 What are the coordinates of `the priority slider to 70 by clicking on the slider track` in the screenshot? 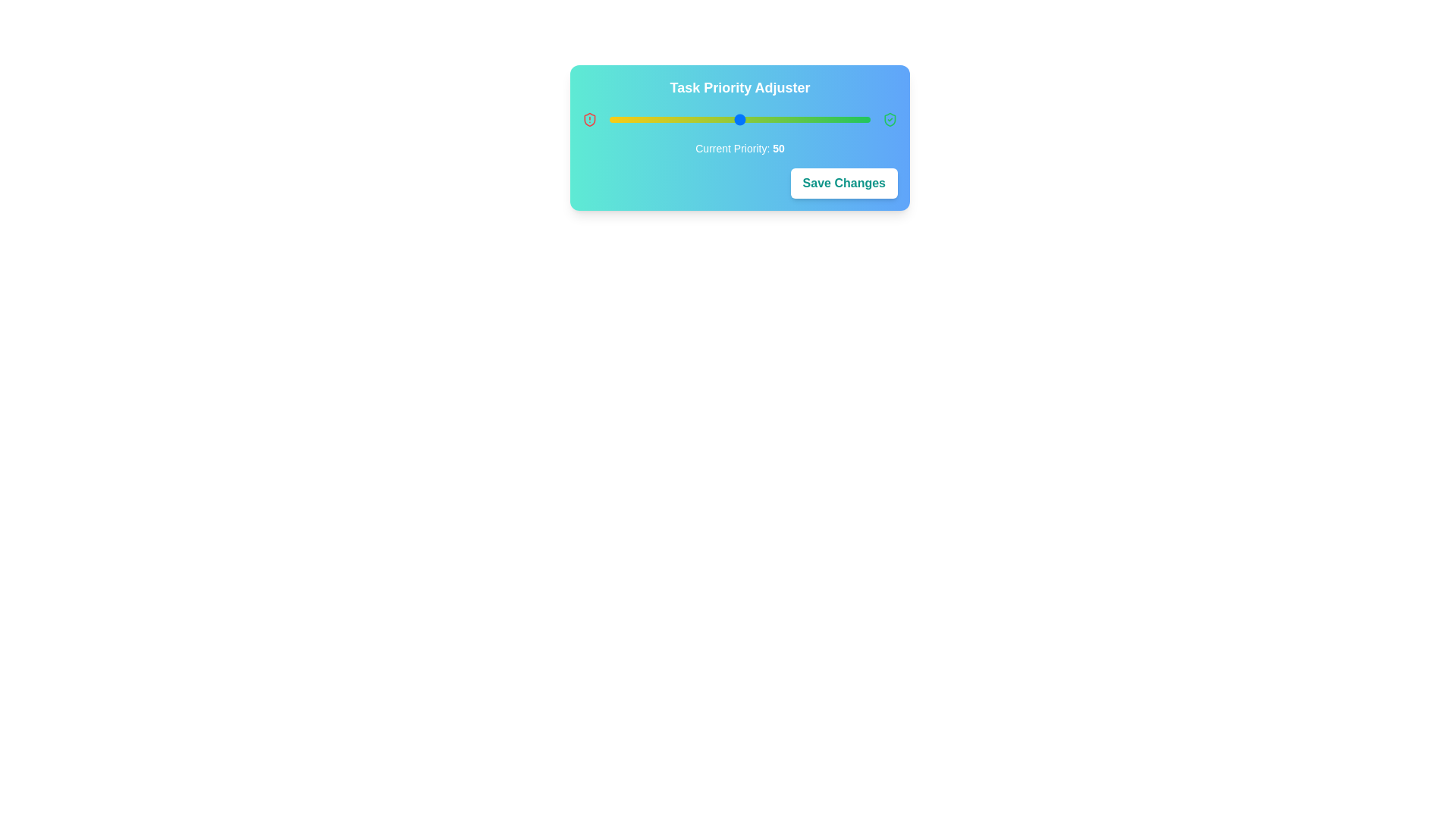 It's located at (791, 119).